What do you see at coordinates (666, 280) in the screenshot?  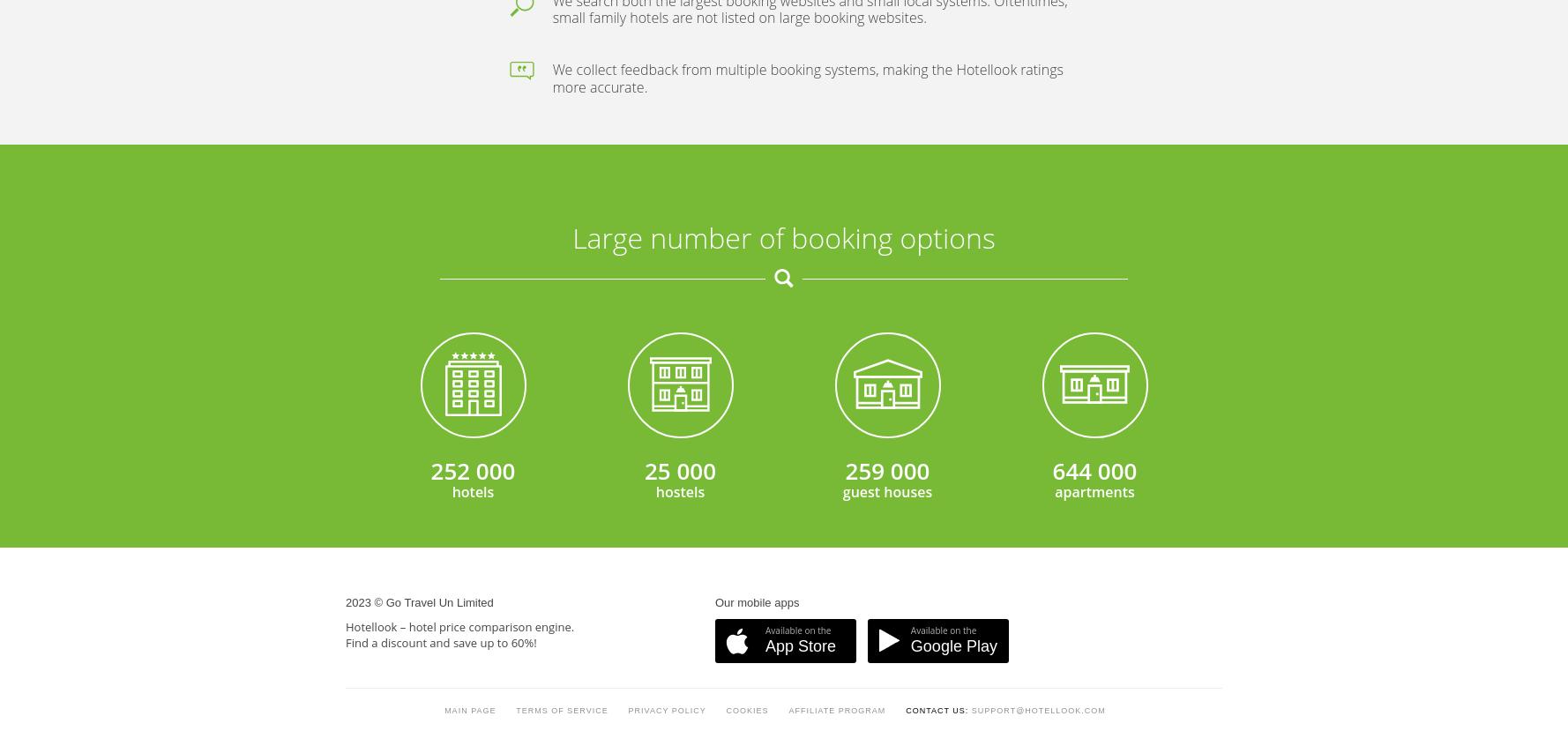 I see `'Privacy policy'` at bounding box center [666, 280].